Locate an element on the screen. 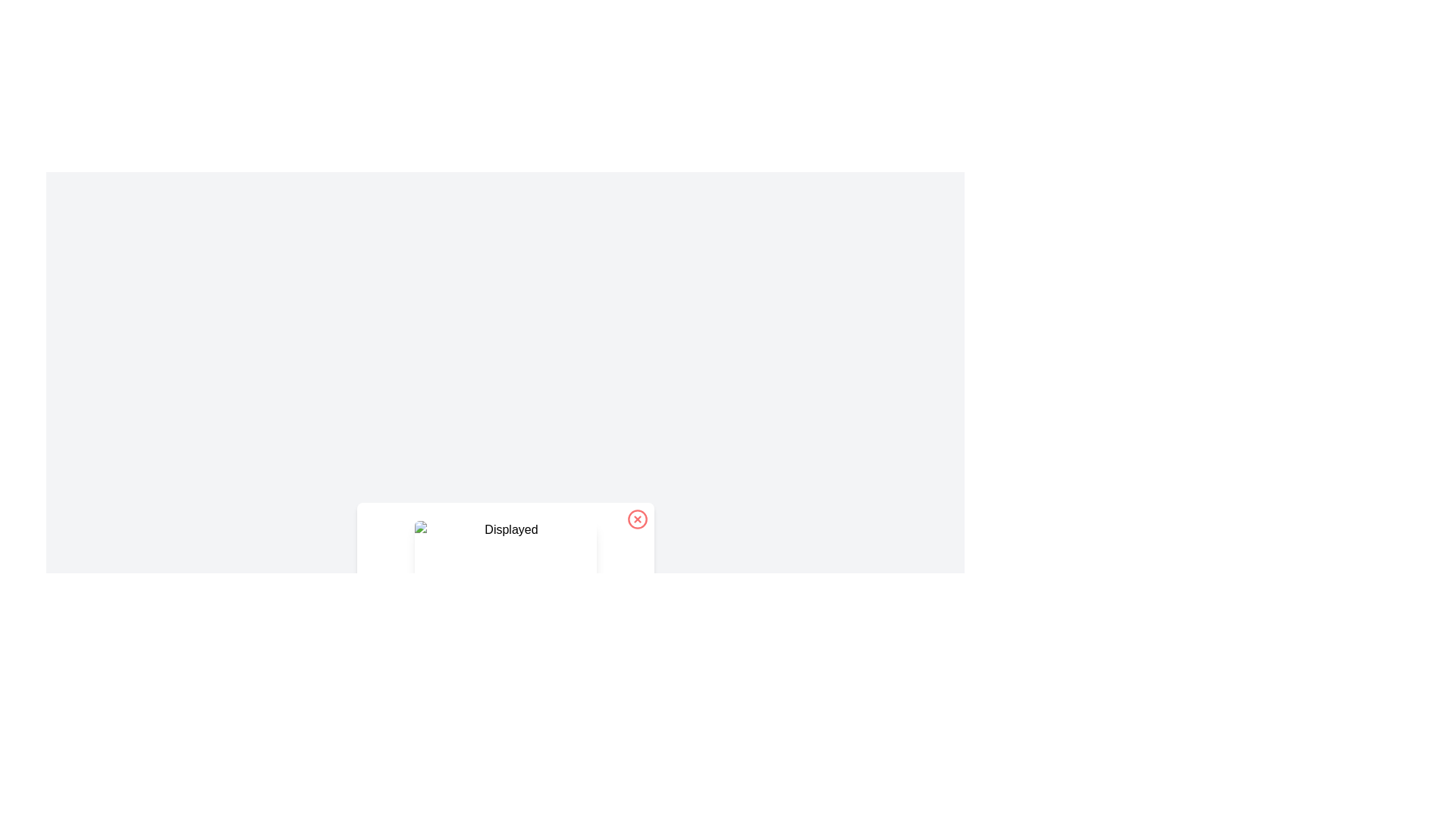  the graphical icon component (circle) which serves as the close button located at the upper-right corner of the dialog interface is located at coordinates (637, 519).